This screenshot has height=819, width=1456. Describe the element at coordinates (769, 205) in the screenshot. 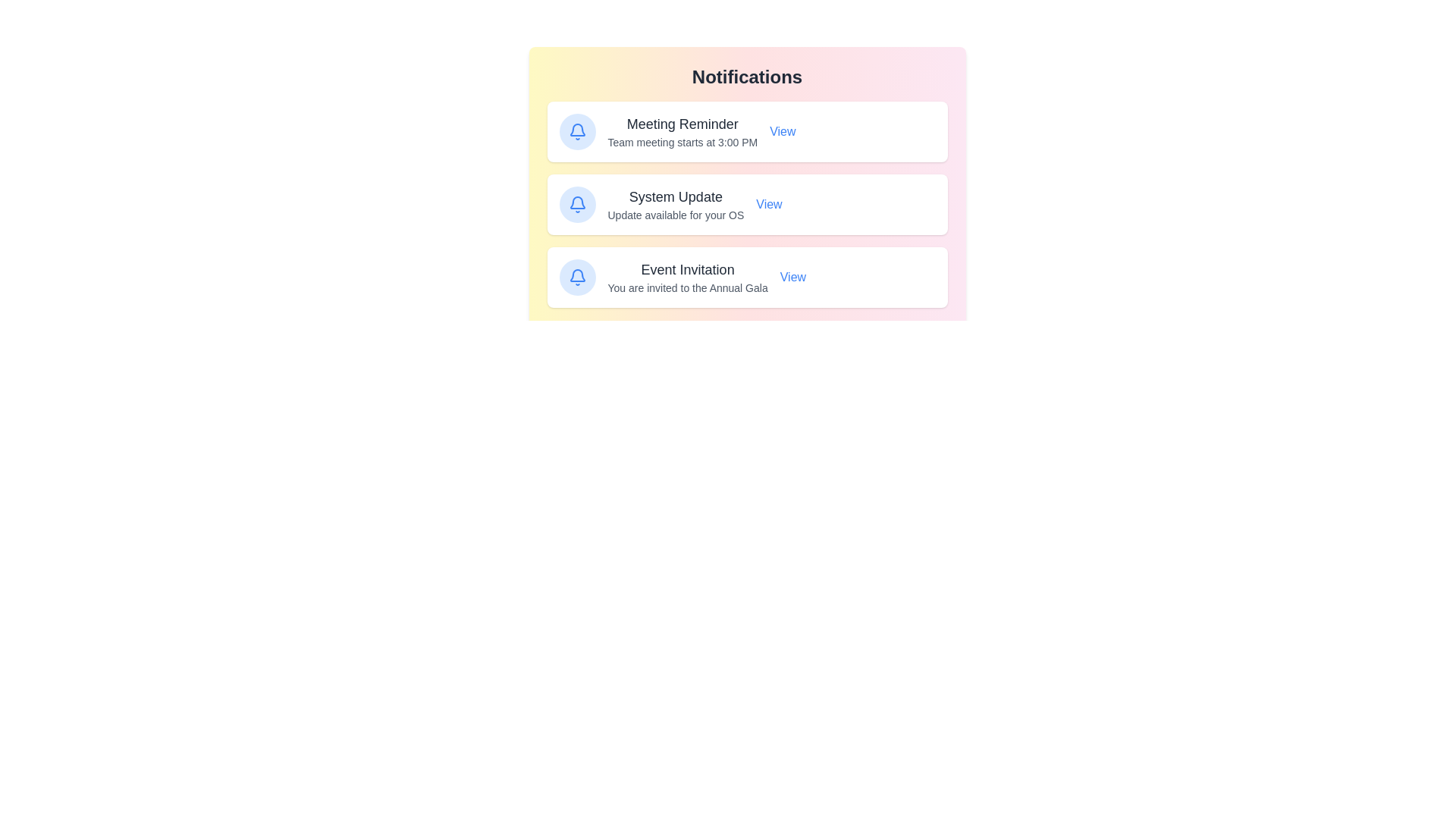

I see `the 'View' button for the notification titled 'System Update'` at that location.